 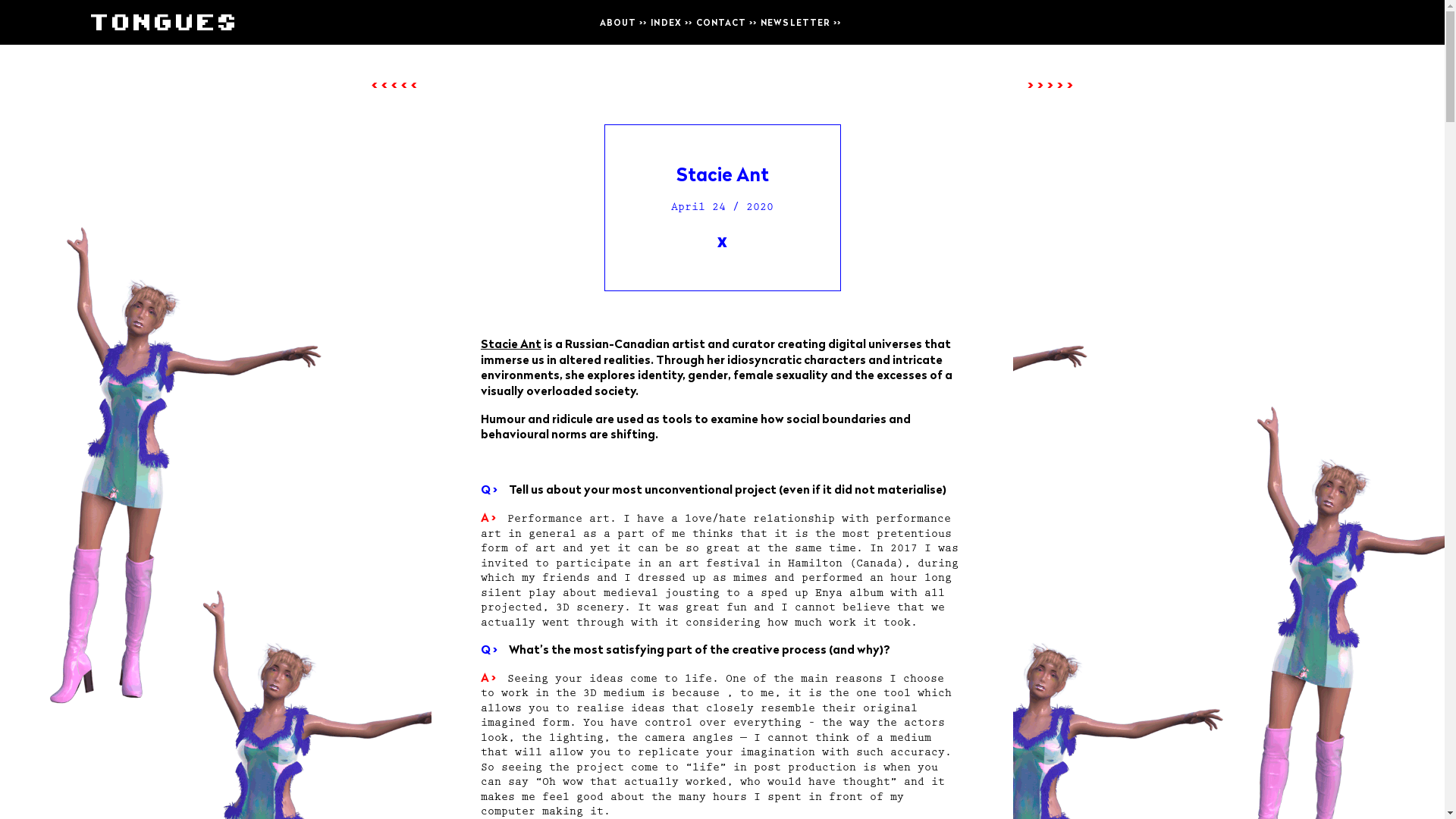 I want to click on 'CONTACT >>', so click(x=726, y=22).